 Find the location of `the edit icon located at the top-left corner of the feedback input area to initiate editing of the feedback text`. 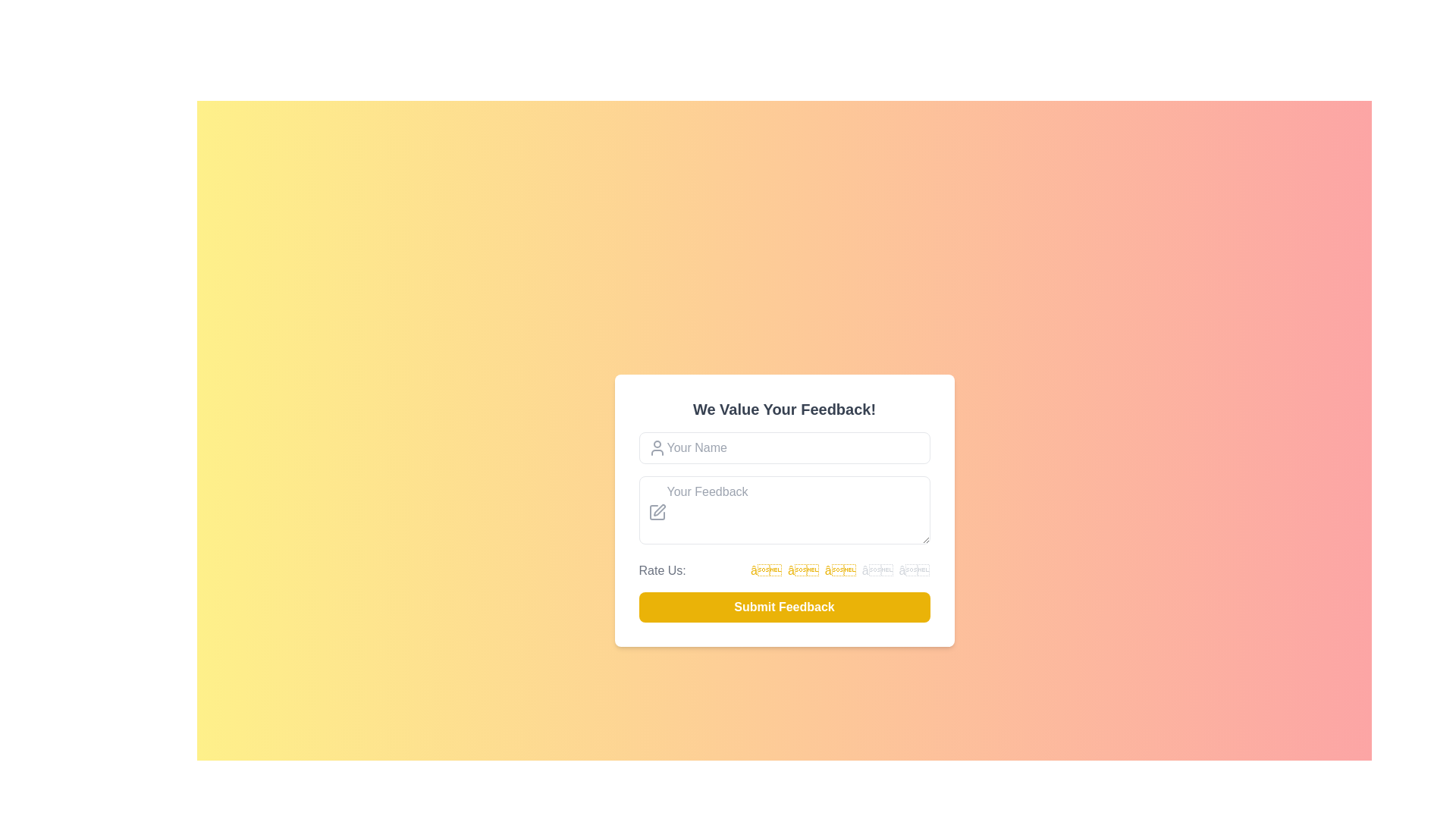

the edit icon located at the top-left corner of the feedback input area to initiate editing of the feedback text is located at coordinates (657, 512).